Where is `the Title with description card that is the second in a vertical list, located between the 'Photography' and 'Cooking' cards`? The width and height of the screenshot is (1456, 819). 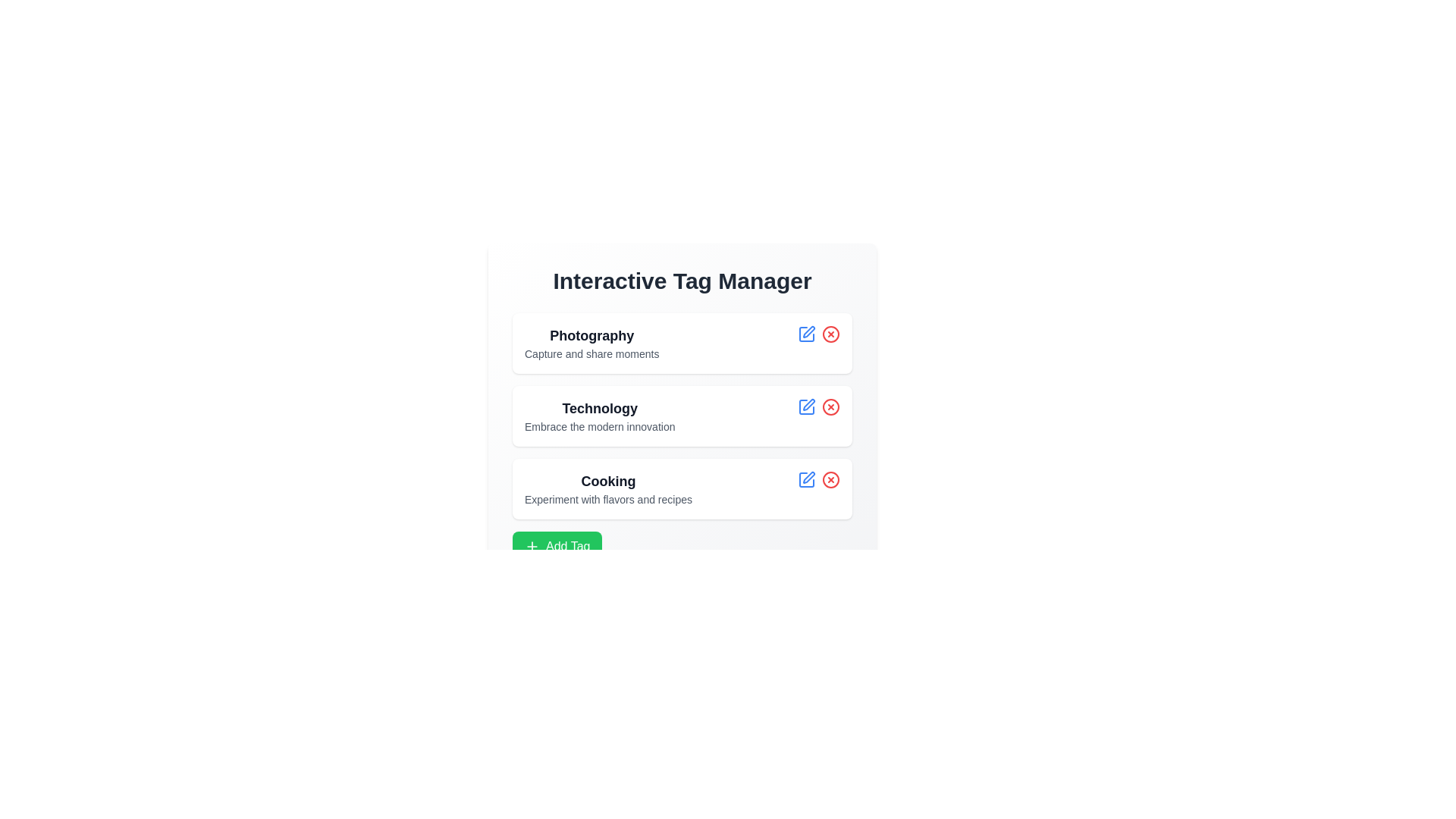
the Title with description card that is the second in a vertical list, located between the 'Photography' and 'Cooking' cards is located at coordinates (682, 416).